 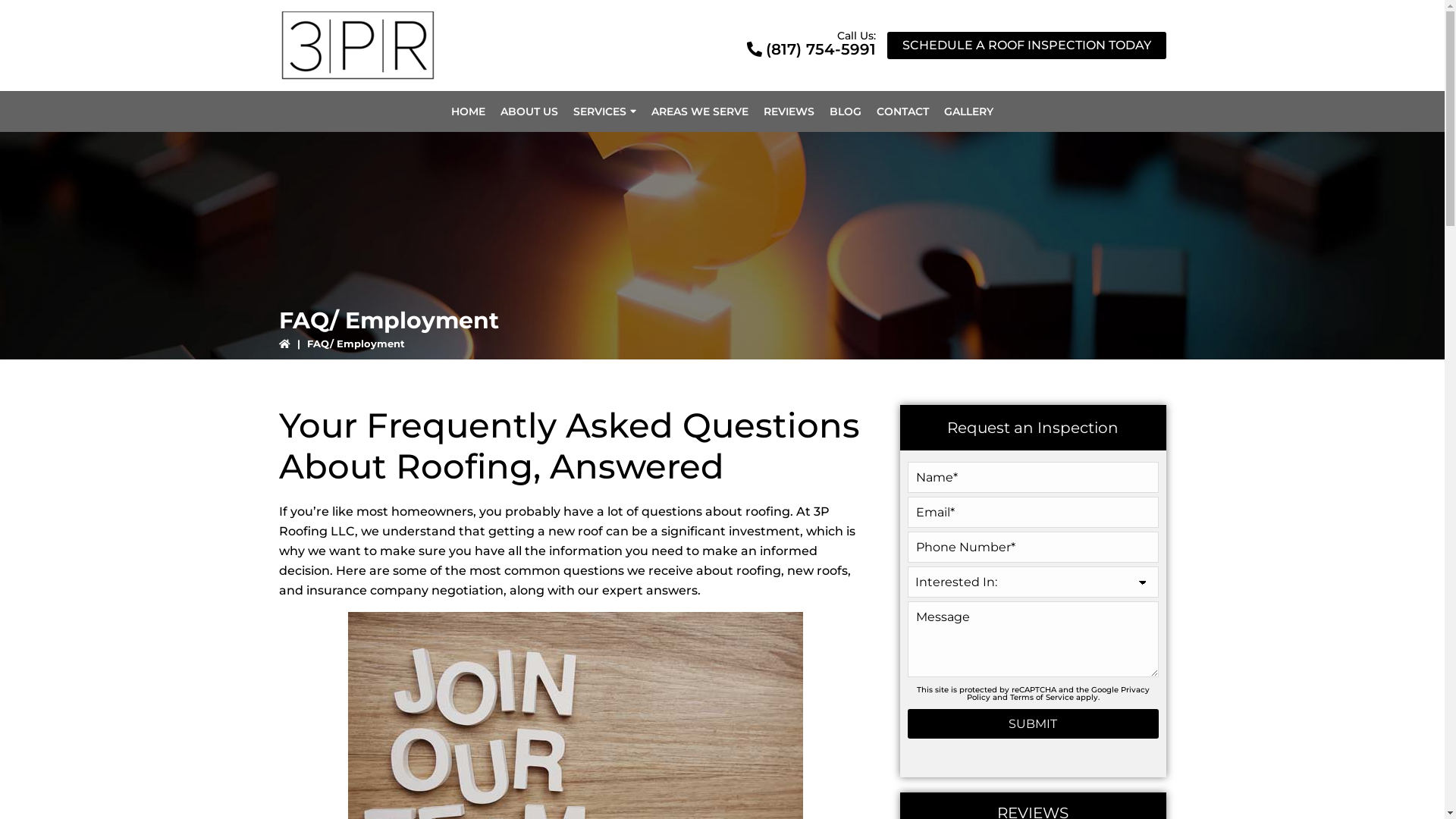 What do you see at coordinates (467, 110) in the screenshot?
I see `'HOME'` at bounding box center [467, 110].